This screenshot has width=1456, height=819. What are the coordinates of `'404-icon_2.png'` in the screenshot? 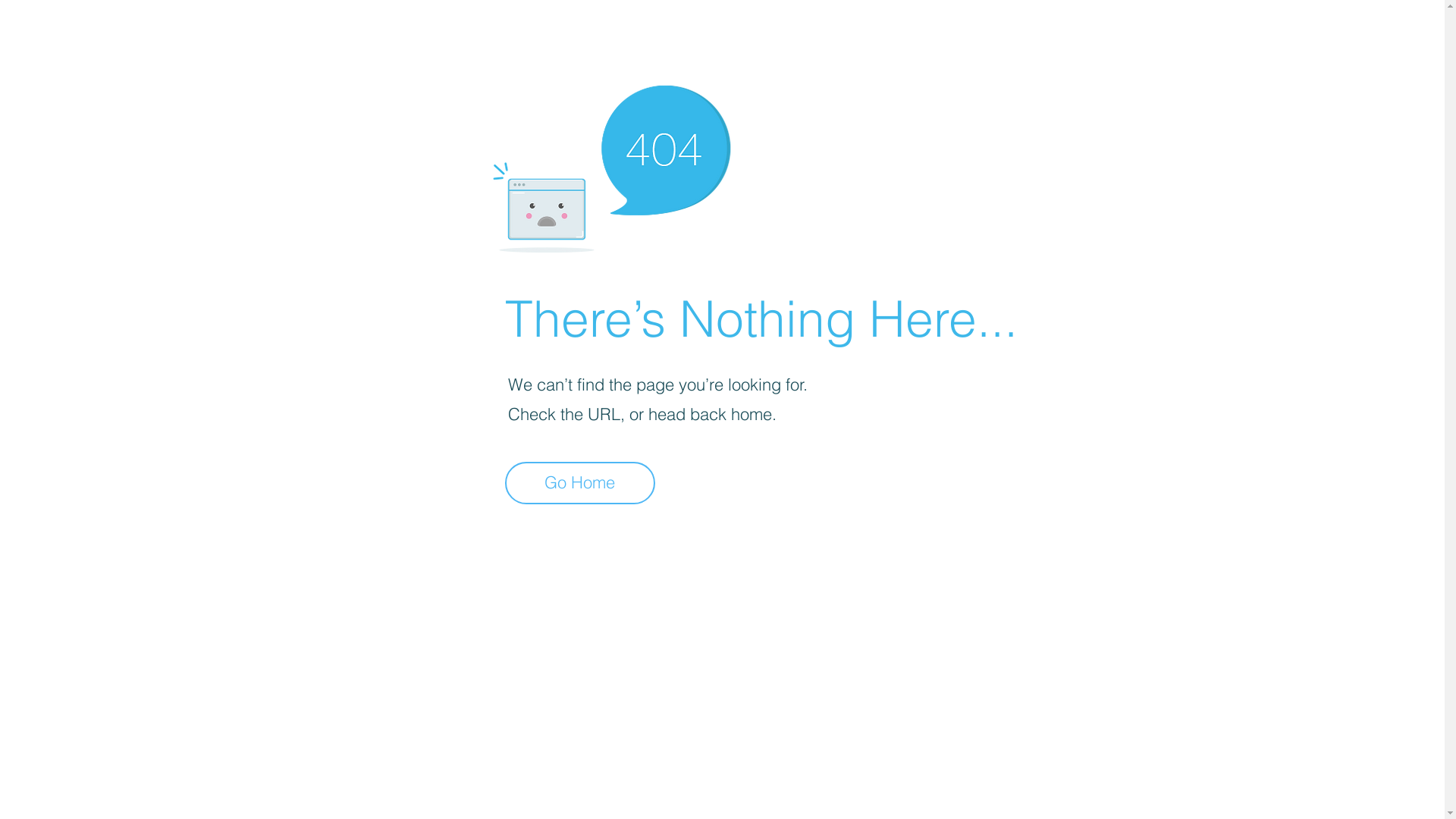 It's located at (610, 165).